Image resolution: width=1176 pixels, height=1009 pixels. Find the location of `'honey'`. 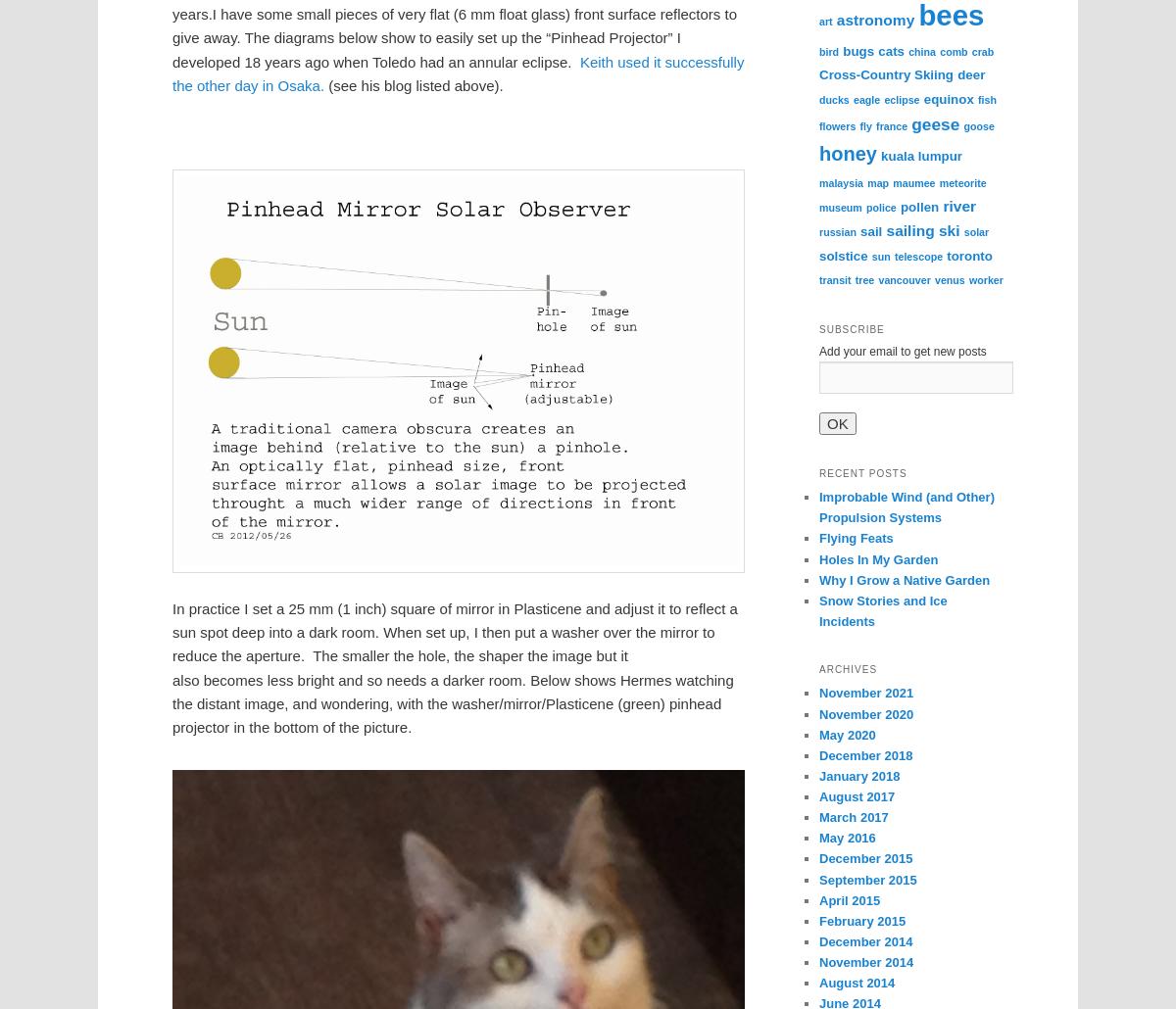

'honey' is located at coordinates (846, 152).